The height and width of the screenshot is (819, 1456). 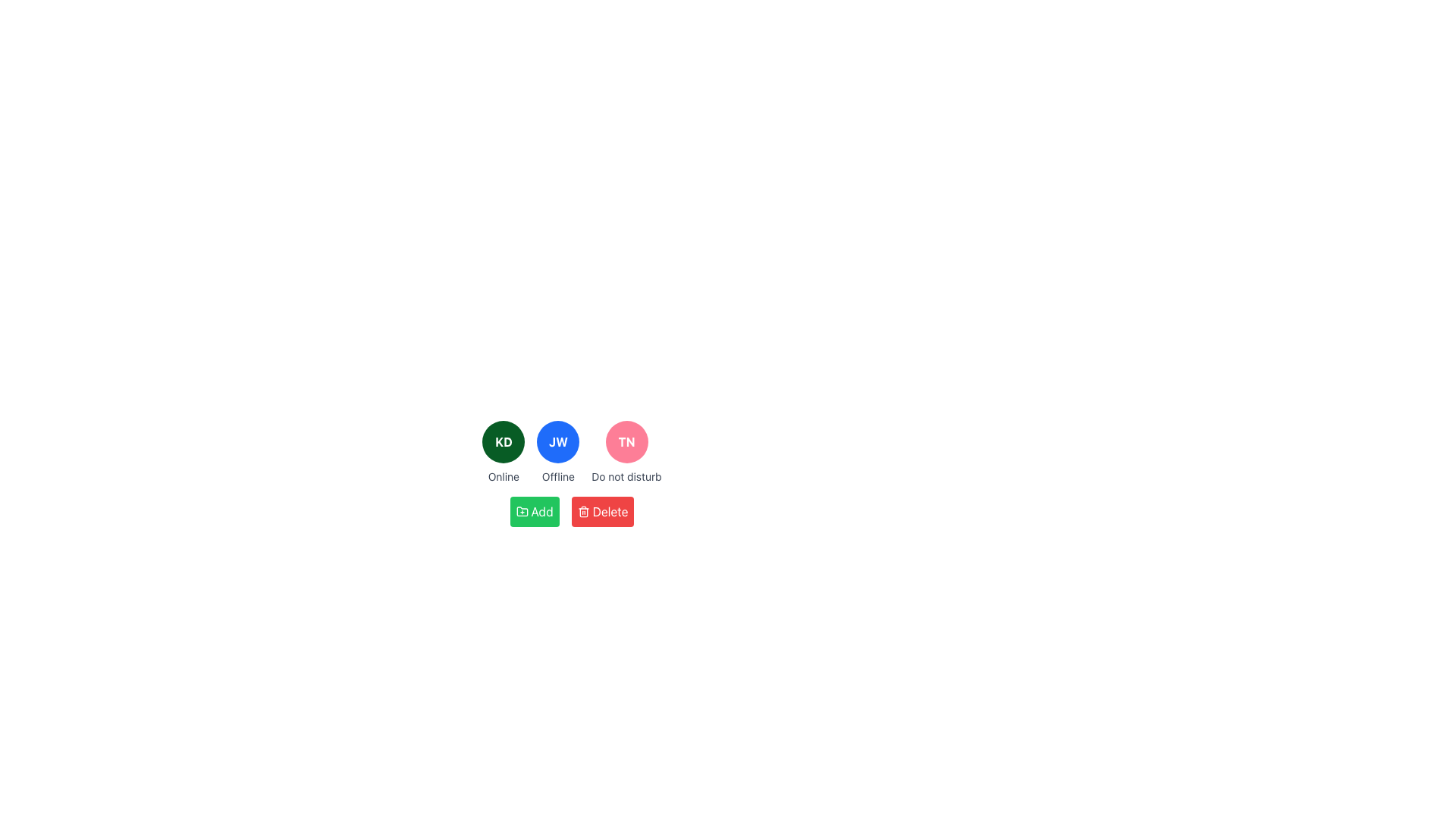 What do you see at coordinates (571, 452) in the screenshot?
I see `the status representation of the group of icons and text labels located in the middle set of icons at the top of the grouped section, which indicates different states such as 'Online', 'Offline', and 'Do not disturb'` at bounding box center [571, 452].